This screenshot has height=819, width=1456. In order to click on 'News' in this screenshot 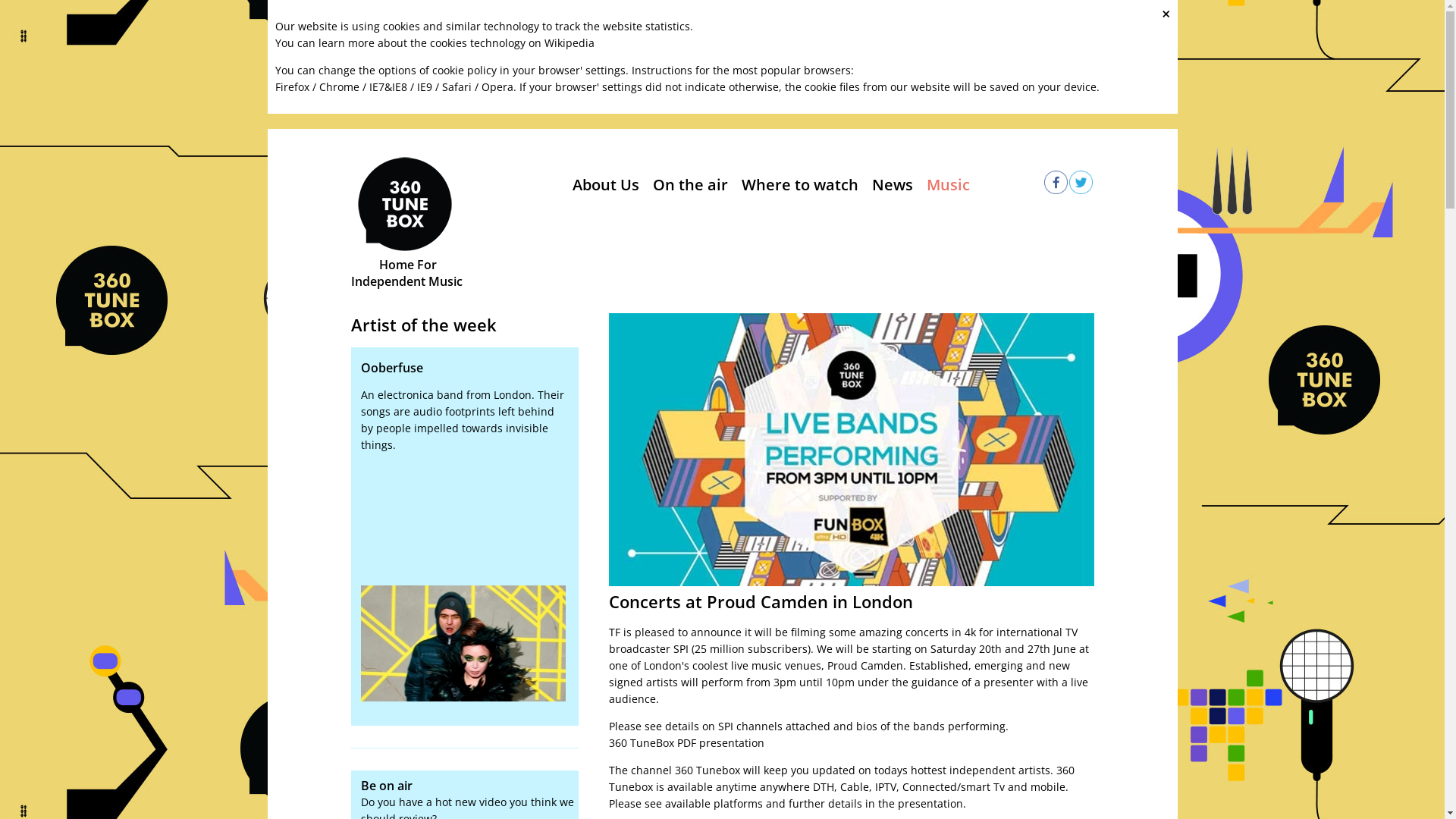, I will do `click(892, 184)`.